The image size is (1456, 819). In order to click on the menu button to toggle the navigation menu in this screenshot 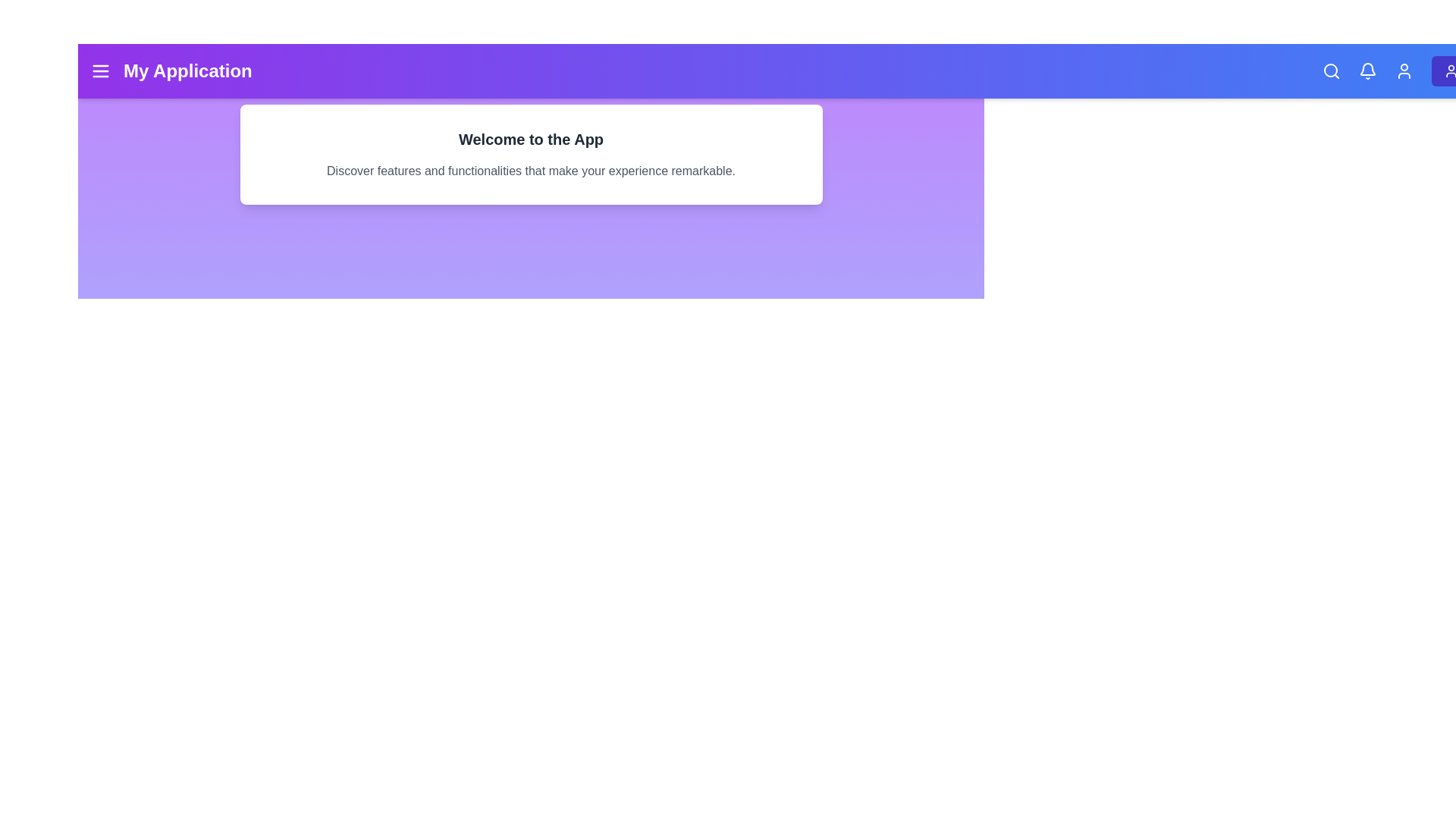, I will do `click(100, 71)`.